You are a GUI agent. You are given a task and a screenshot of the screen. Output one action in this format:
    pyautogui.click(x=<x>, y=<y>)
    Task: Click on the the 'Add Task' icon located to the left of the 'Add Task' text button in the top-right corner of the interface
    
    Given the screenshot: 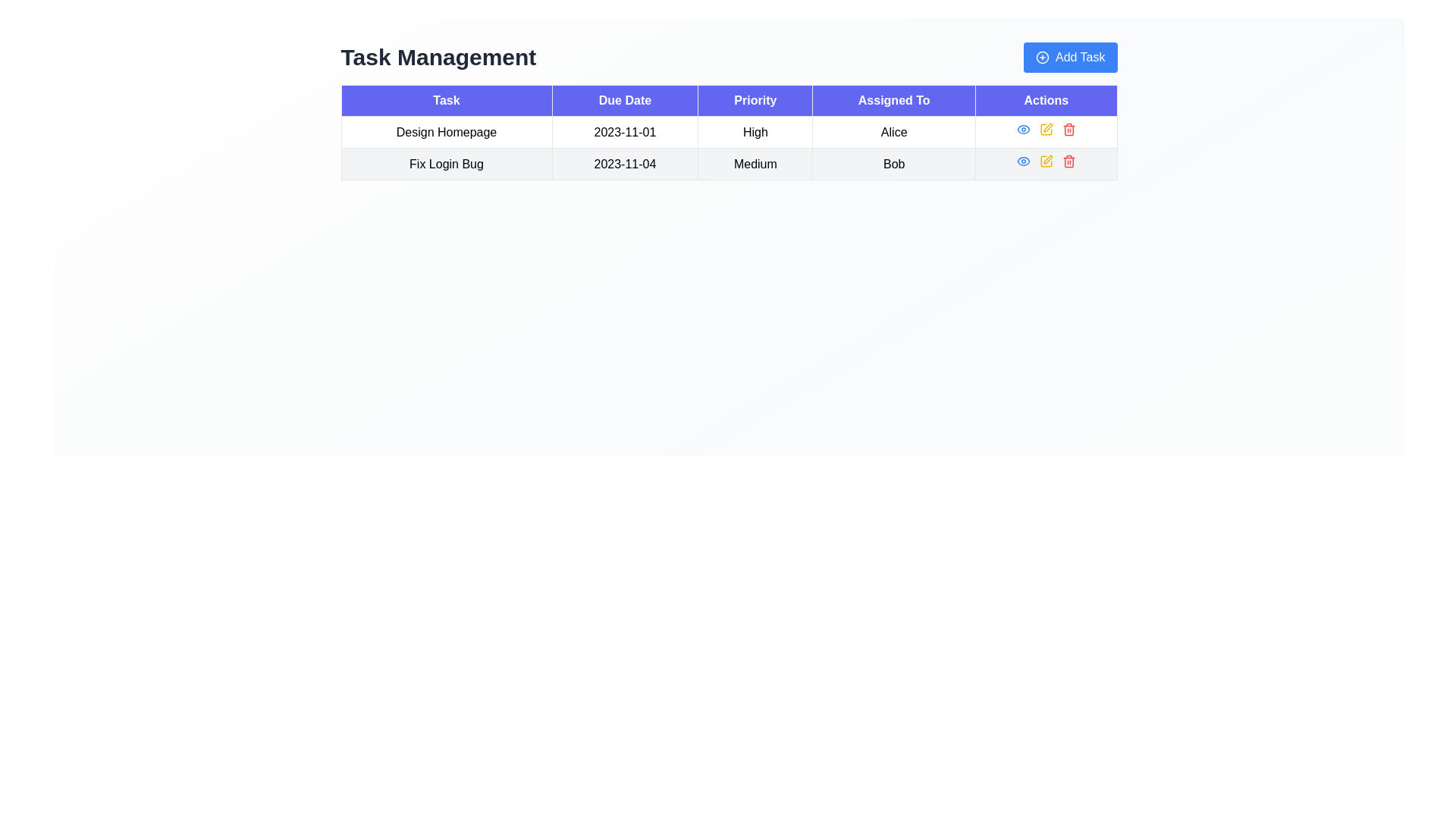 What is the action you would take?
    pyautogui.click(x=1041, y=57)
    